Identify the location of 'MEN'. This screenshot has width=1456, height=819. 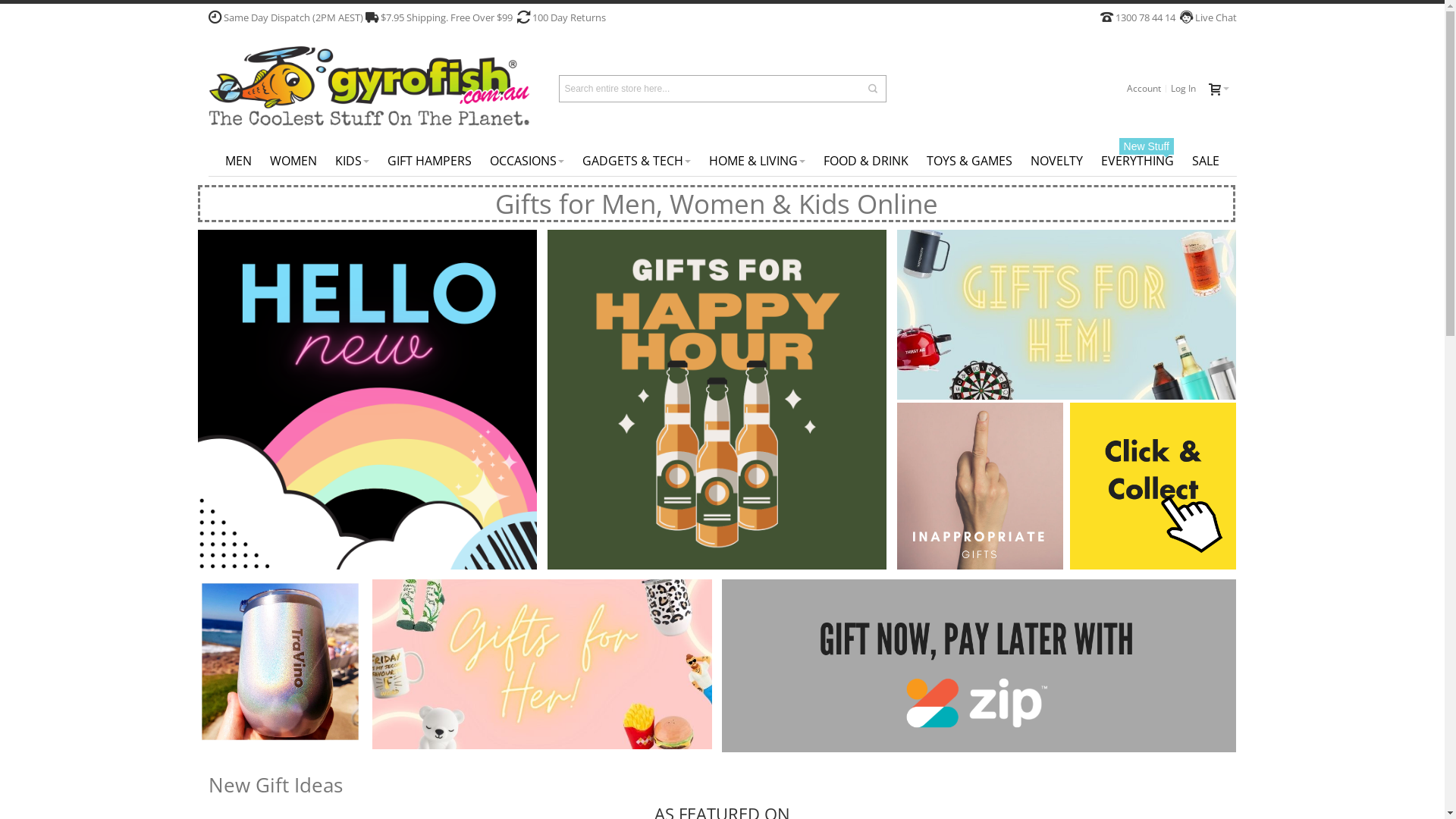
(237, 161).